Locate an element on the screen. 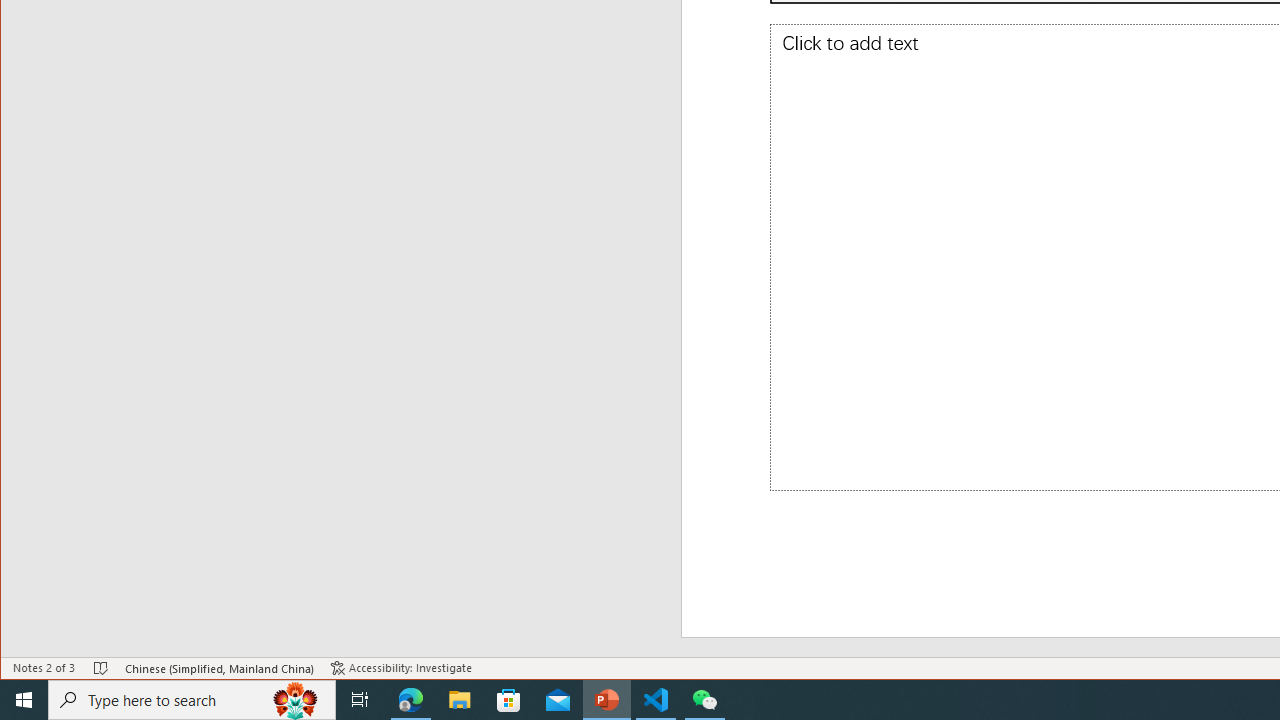 This screenshot has width=1280, height=720. 'Microsoft Edge - 1 running window' is located at coordinates (410, 698).